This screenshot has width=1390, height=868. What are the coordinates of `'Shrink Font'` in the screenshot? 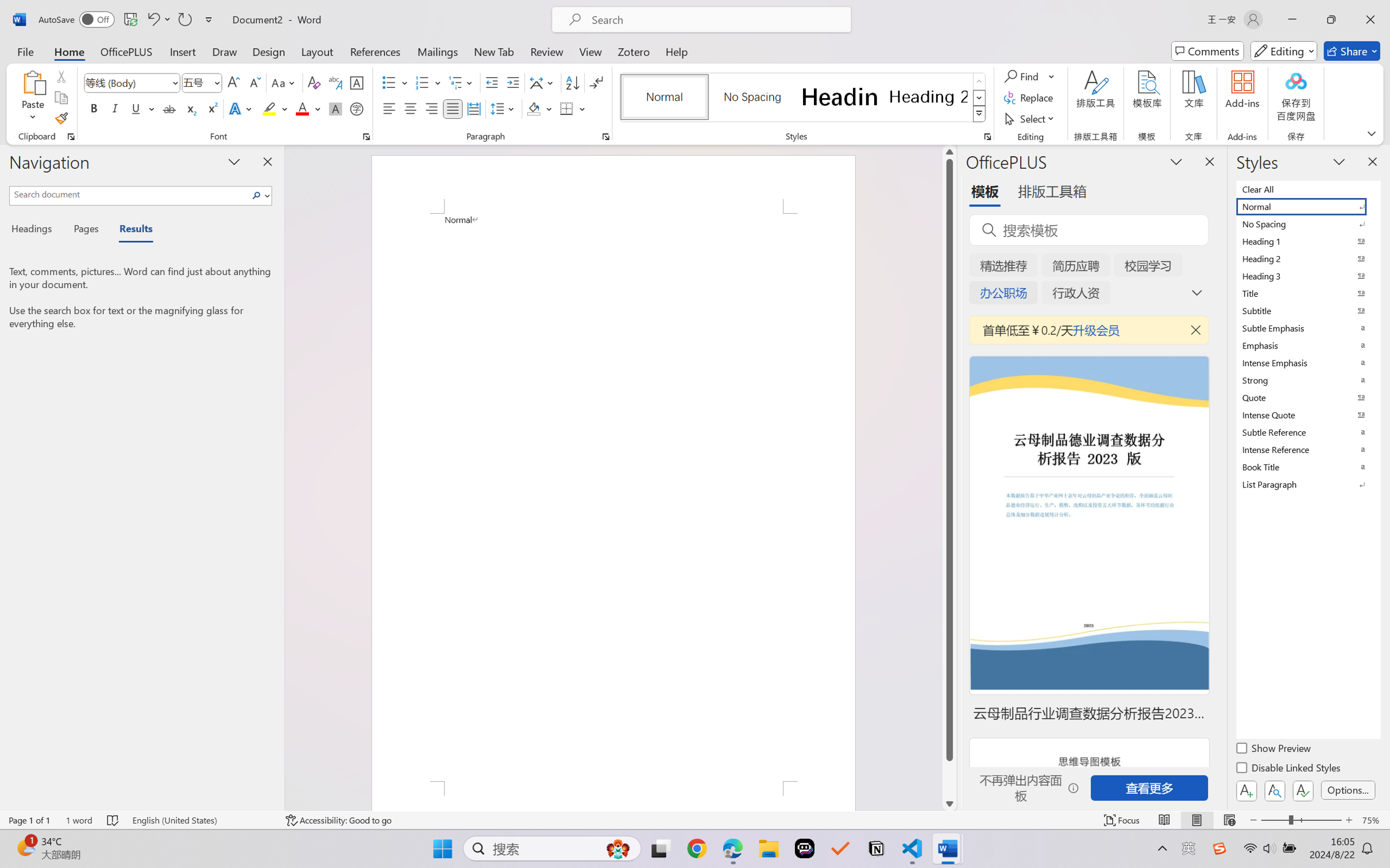 It's located at (253, 83).